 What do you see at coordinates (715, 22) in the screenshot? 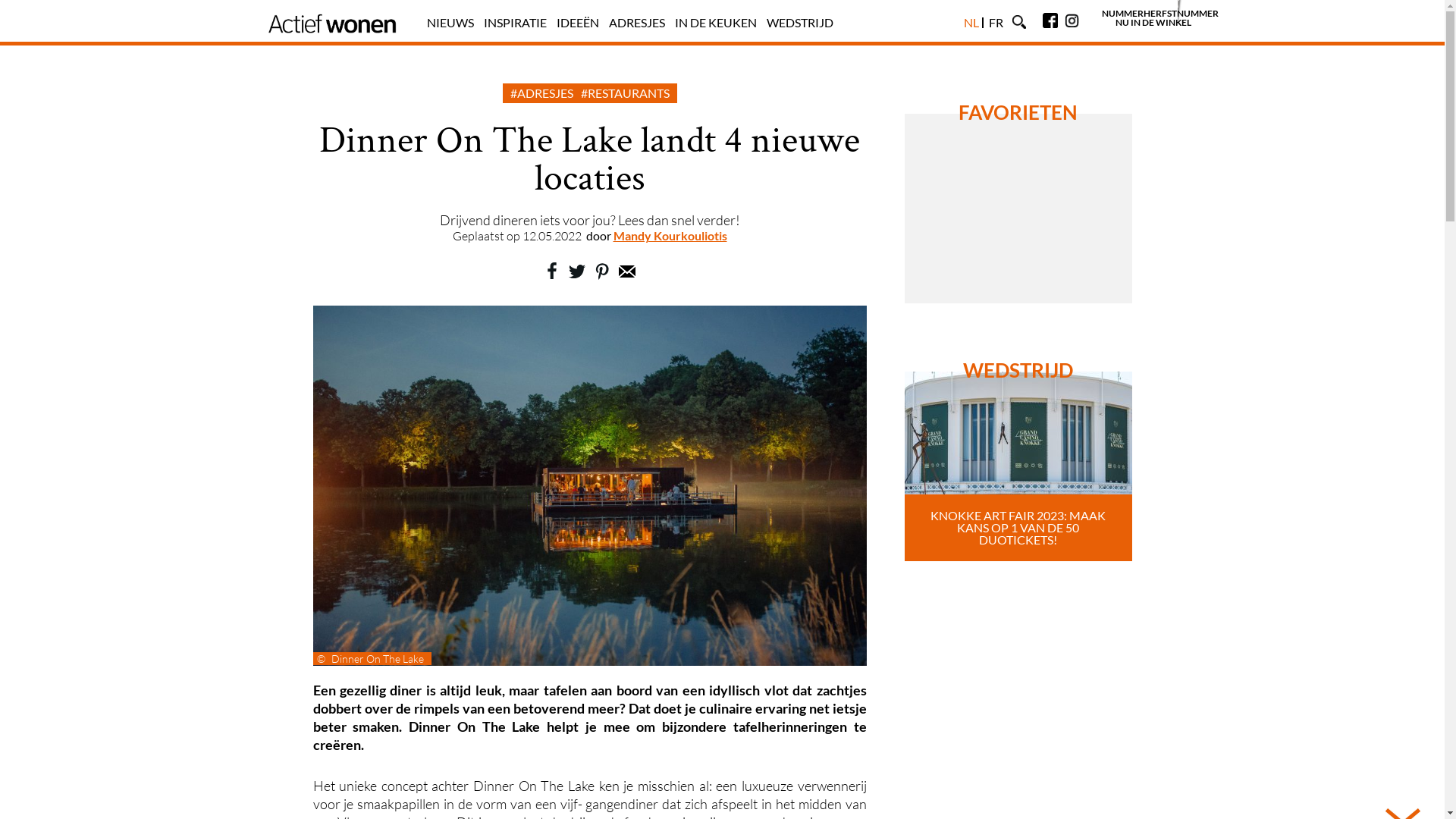
I see `'IN DE KEUKEN'` at bounding box center [715, 22].